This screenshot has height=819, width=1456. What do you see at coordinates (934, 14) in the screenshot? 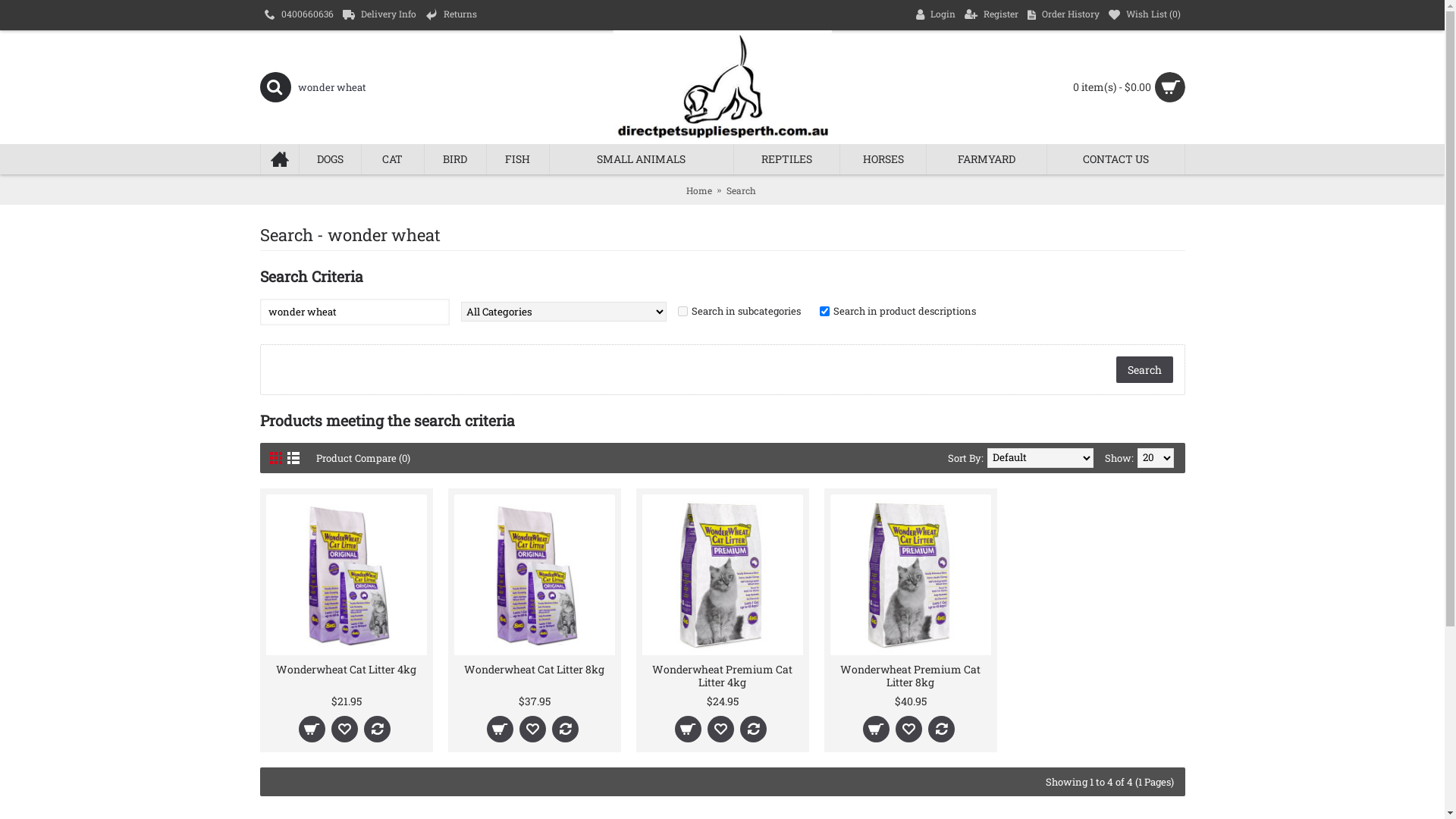
I see `'Login'` at bounding box center [934, 14].